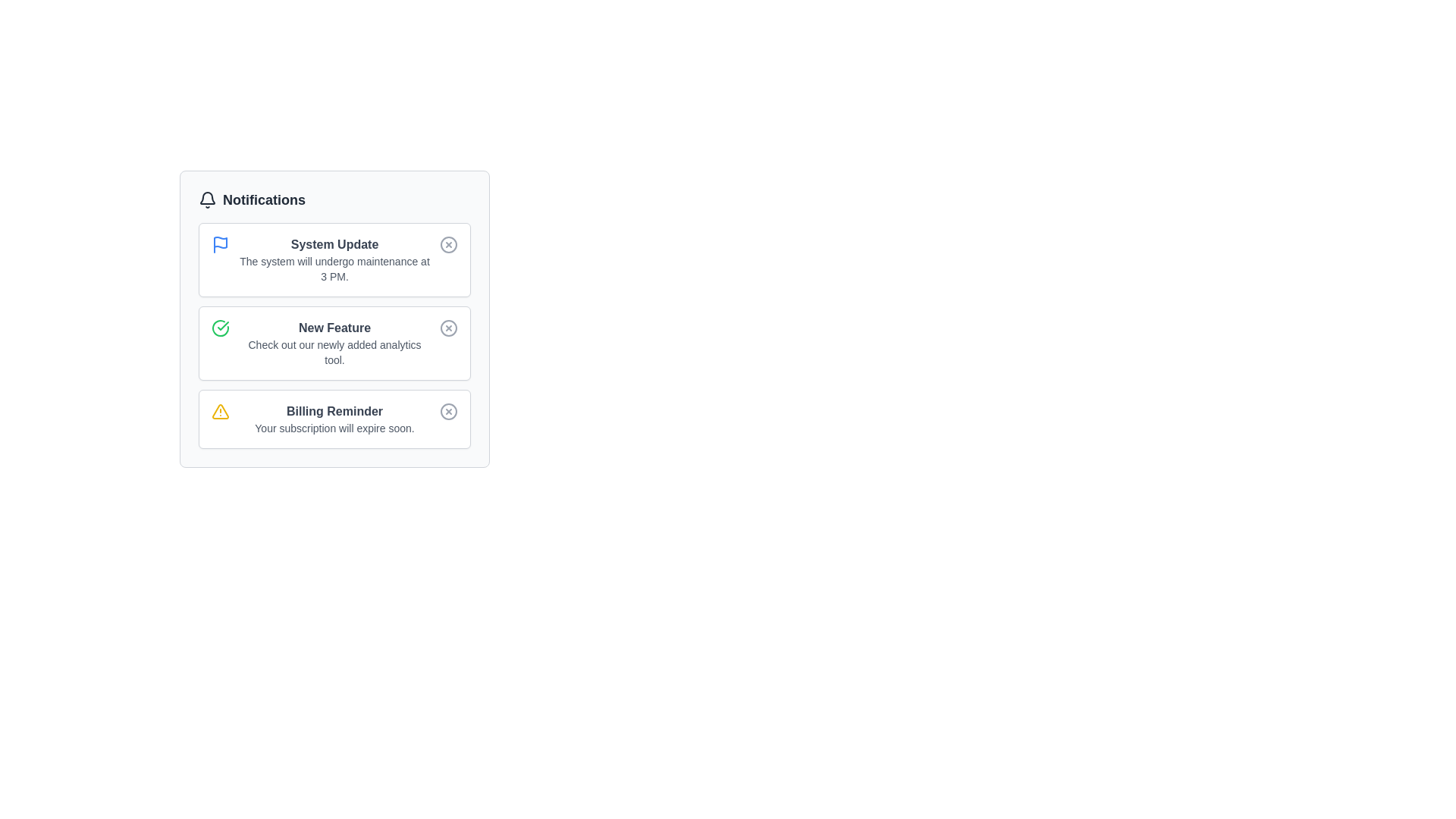 The image size is (1456, 819). What do you see at coordinates (220, 412) in the screenshot?
I see `the triangular icon with rounded corners and a yellow outline located on the far left of the 'Billing Reminder' notification panel` at bounding box center [220, 412].